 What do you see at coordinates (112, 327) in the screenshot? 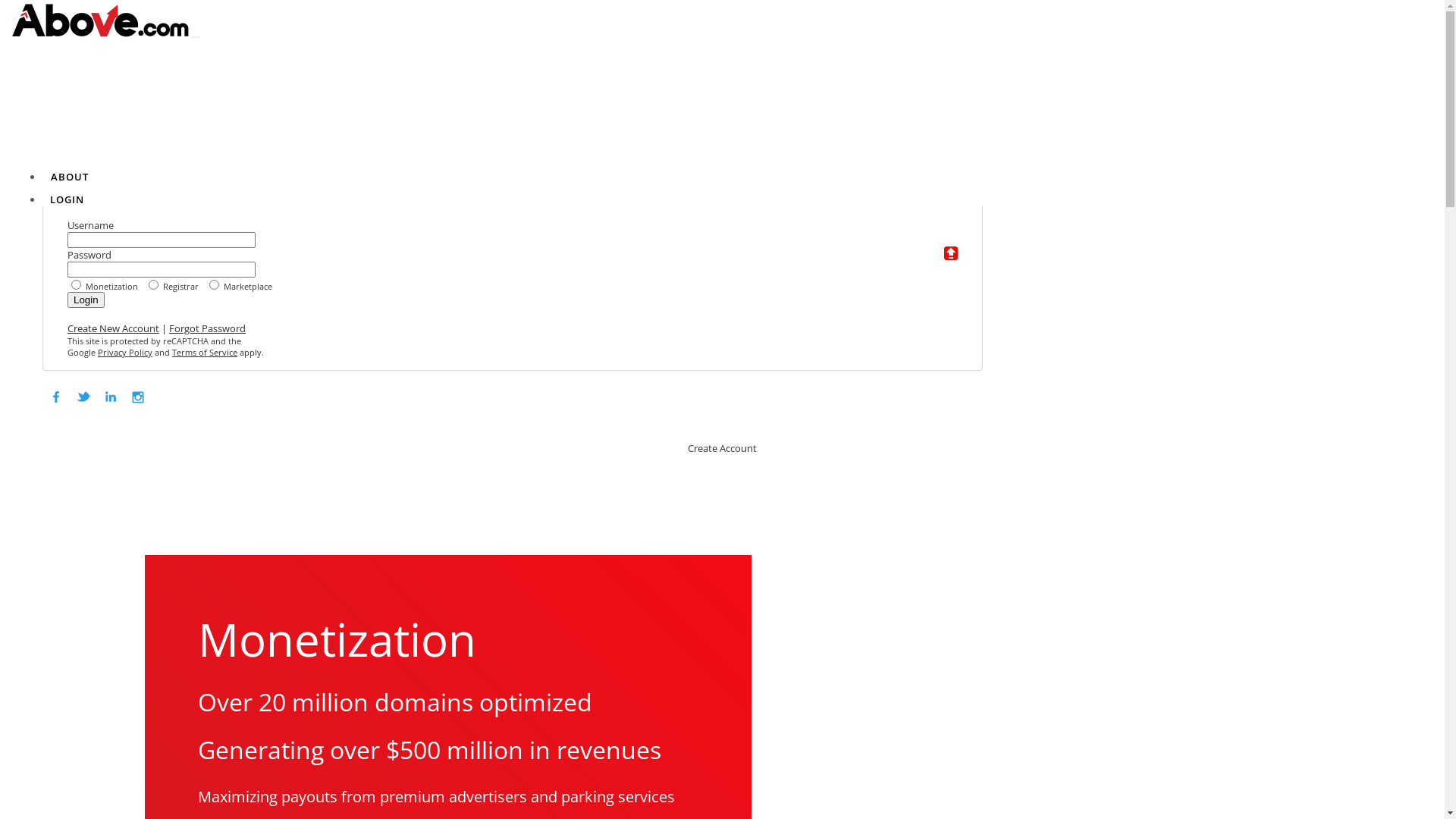
I see `'Create New Account'` at bounding box center [112, 327].